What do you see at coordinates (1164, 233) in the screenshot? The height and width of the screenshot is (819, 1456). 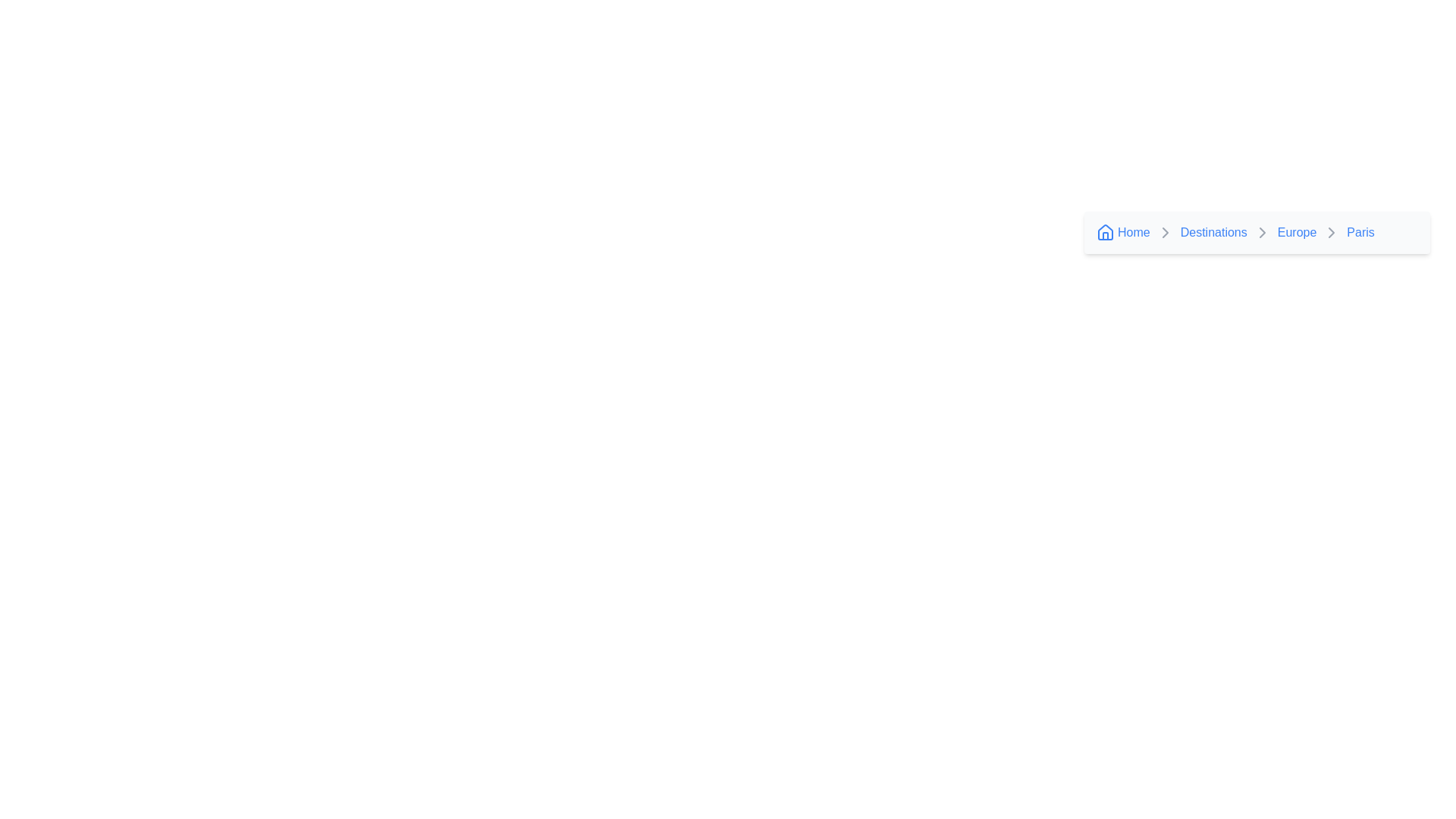 I see `the Navigational icon (Chevron-Right) which is a small chevron-shaped arrow pointing to the right, located between 'Europe' and 'Paris' in the breadcrumb navigation bar` at bounding box center [1164, 233].